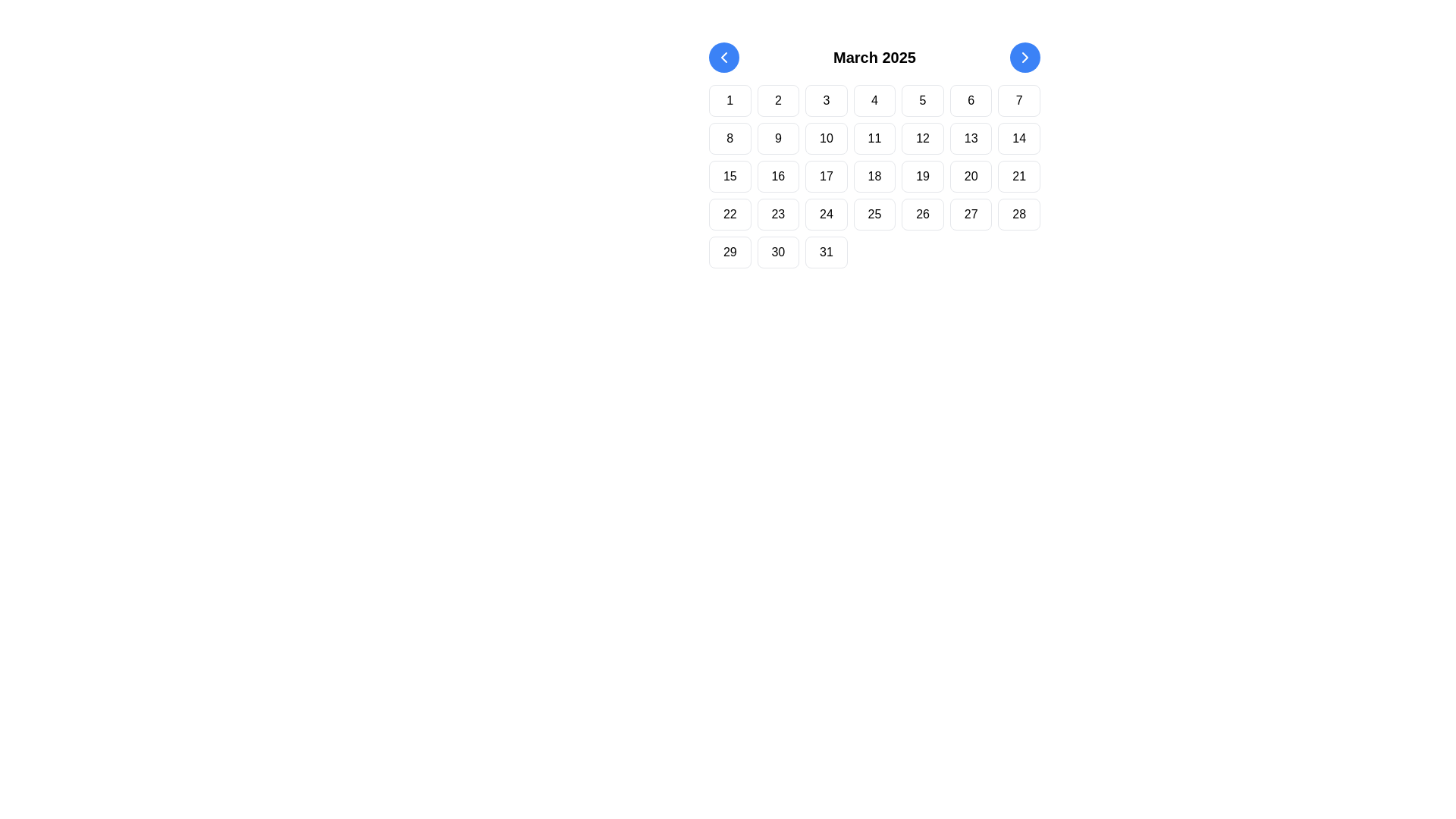 The width and height of the screenshot is (1456, 819). I want to click on the leftmost navigation button in the calendar header, so click(723, 57).